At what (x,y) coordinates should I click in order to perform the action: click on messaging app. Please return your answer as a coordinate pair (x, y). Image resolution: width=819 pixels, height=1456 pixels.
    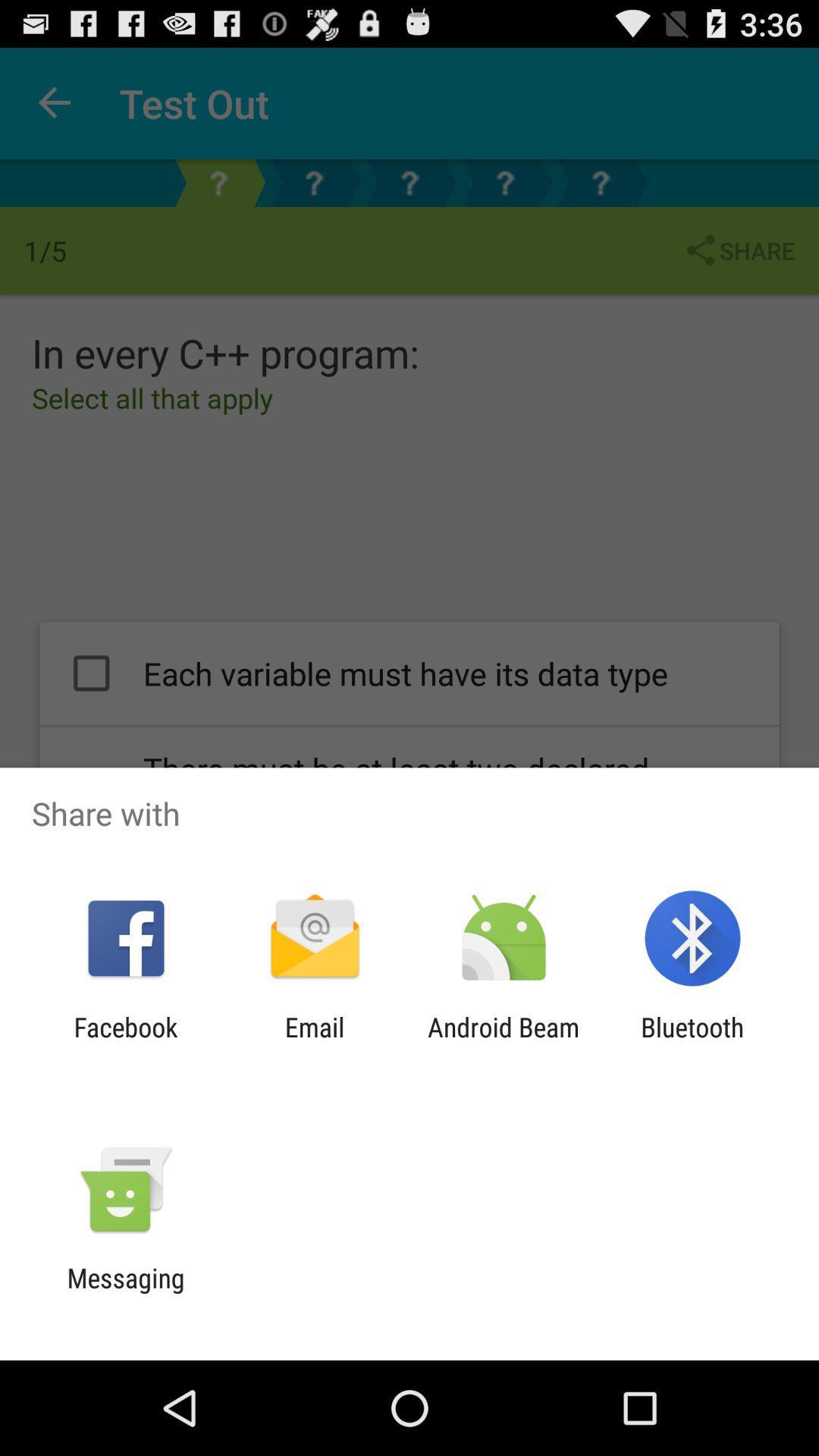
    Looking at the image, I should click on (125, 1293).